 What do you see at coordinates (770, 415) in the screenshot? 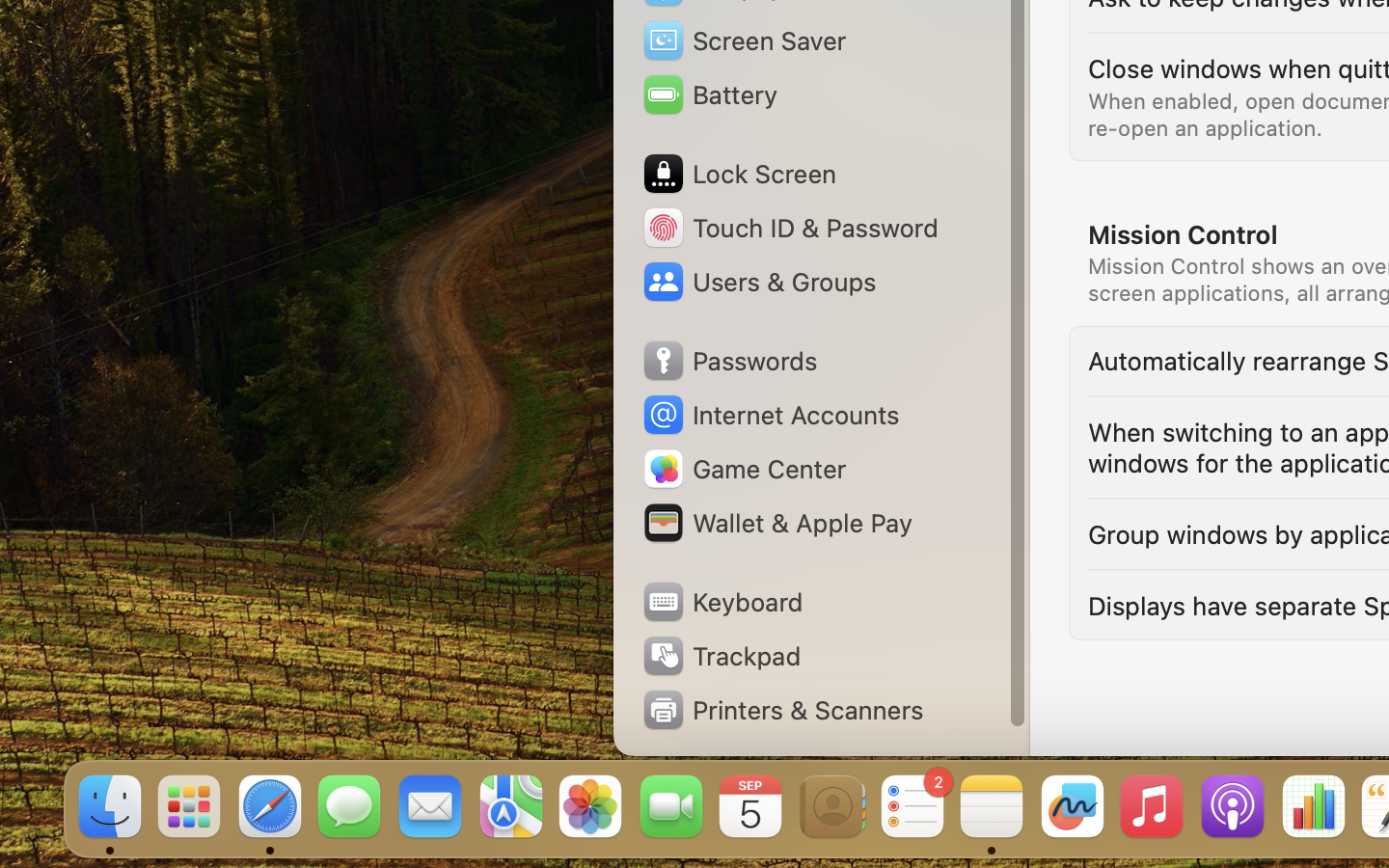
I see `'Internet Accounts'` at bounding box center [770, 415].